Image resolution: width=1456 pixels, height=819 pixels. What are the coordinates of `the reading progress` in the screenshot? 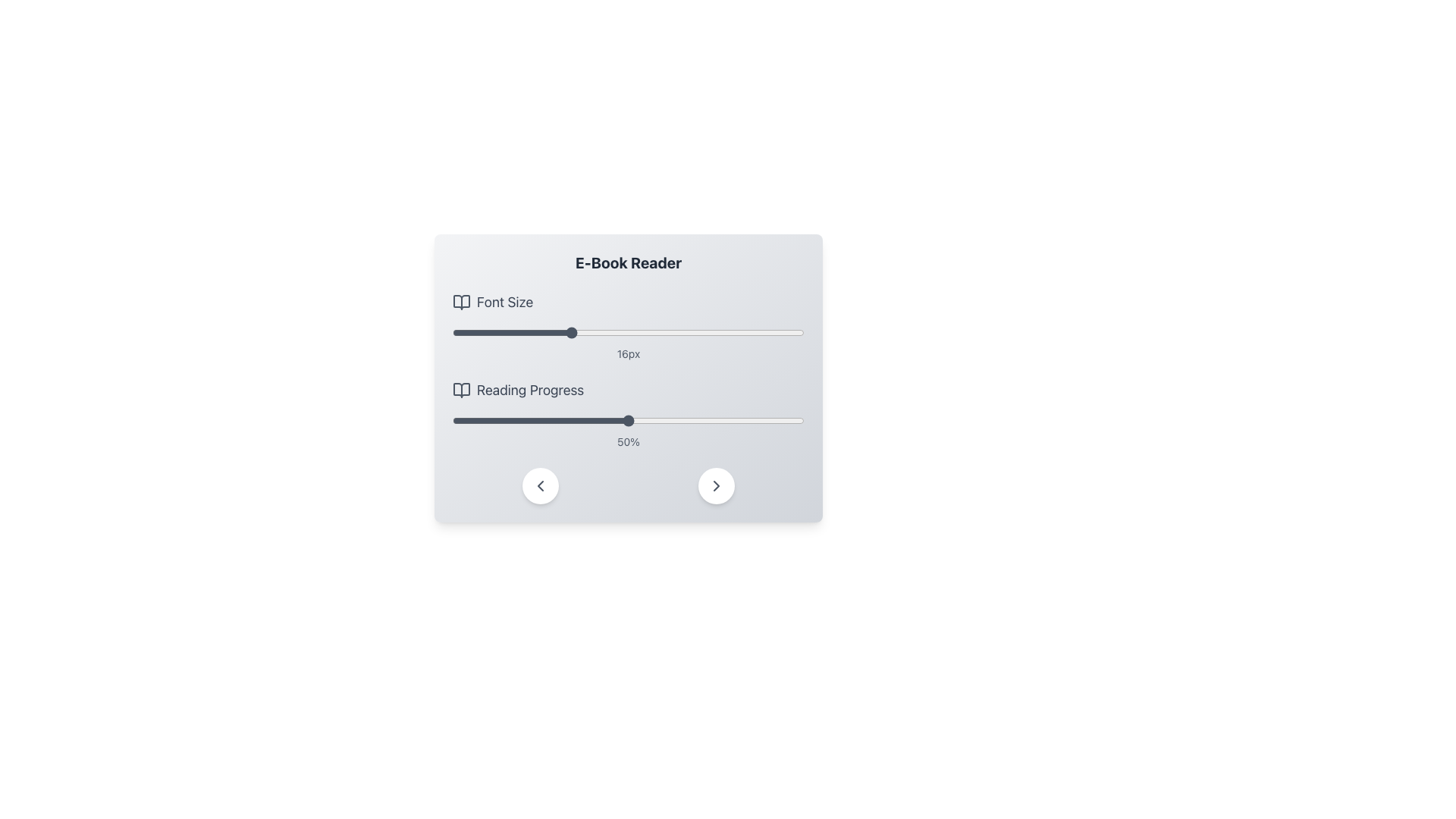 It's located at (537, 421).